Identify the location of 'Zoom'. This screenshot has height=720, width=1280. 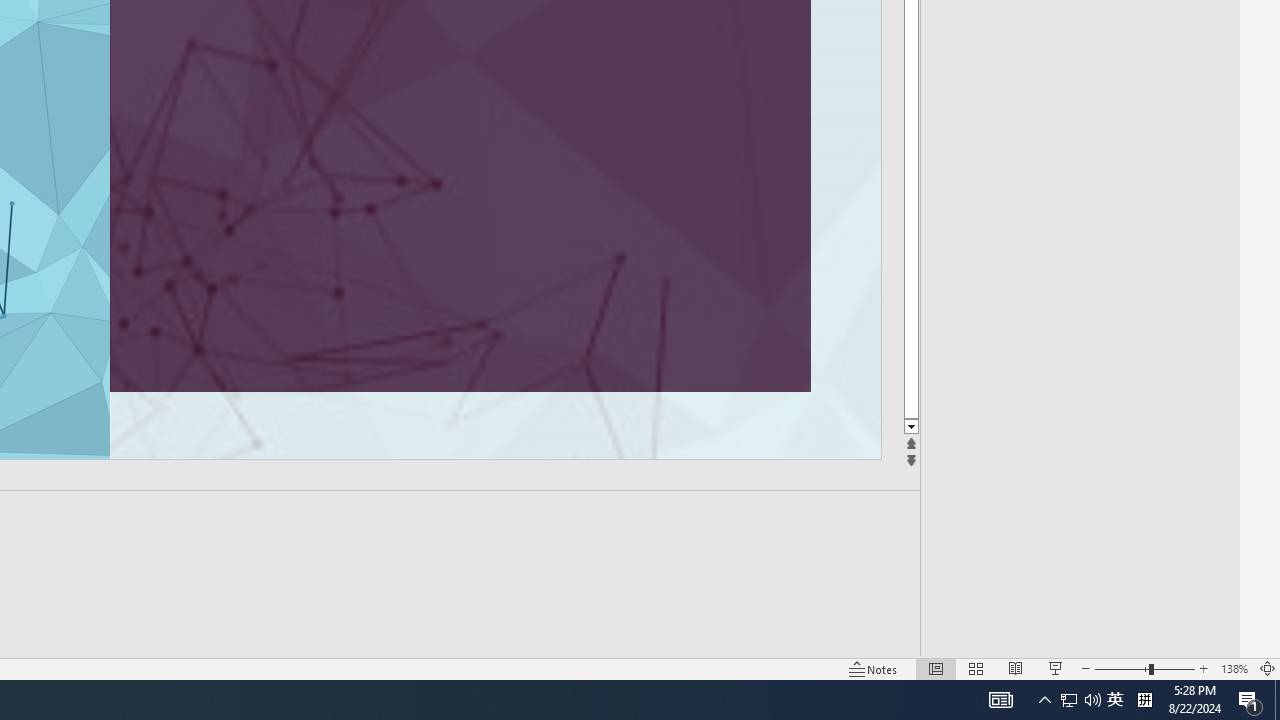
(1144, 669).